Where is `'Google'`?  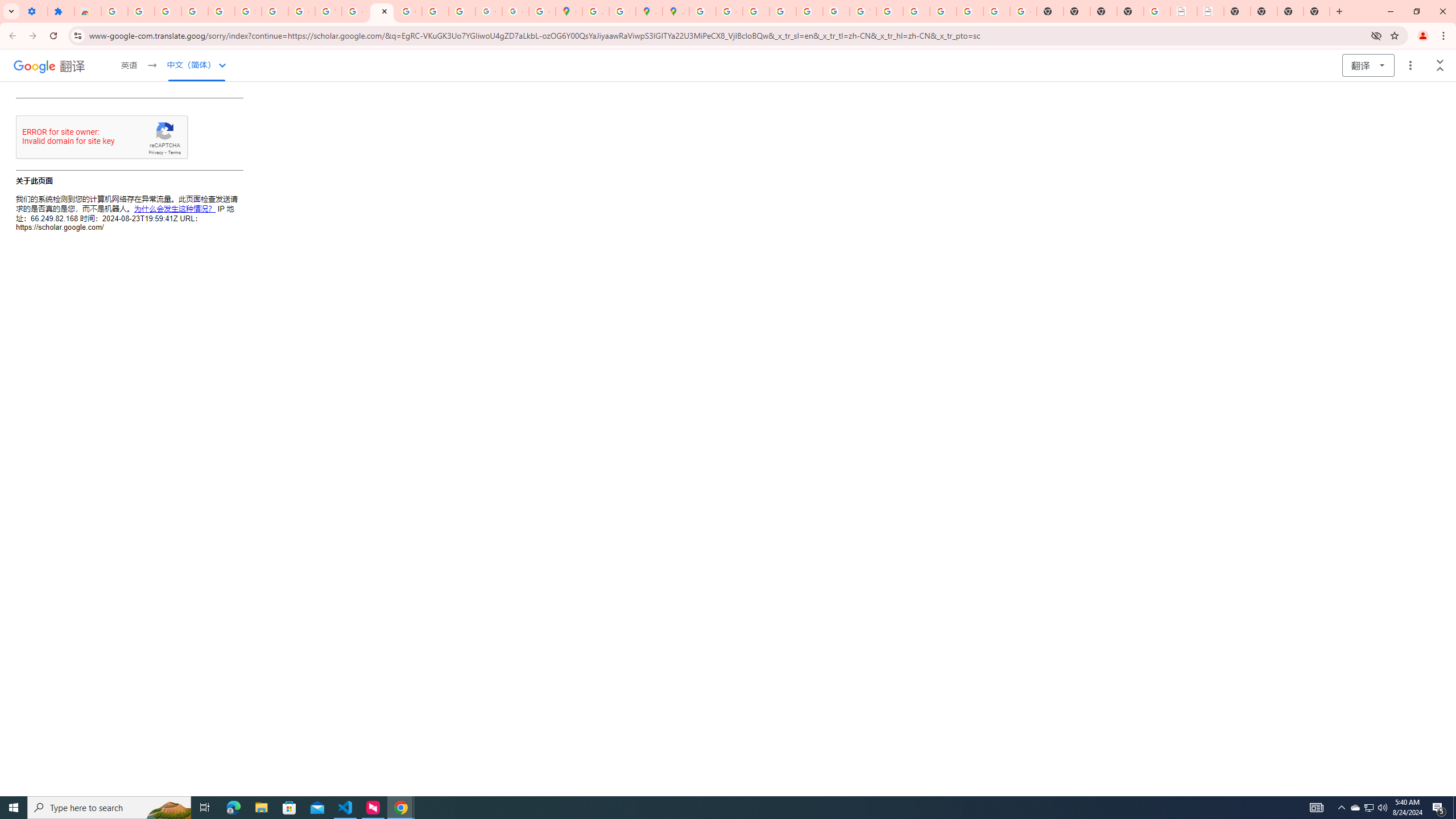
'Google' is located at coordinates (34, 65).